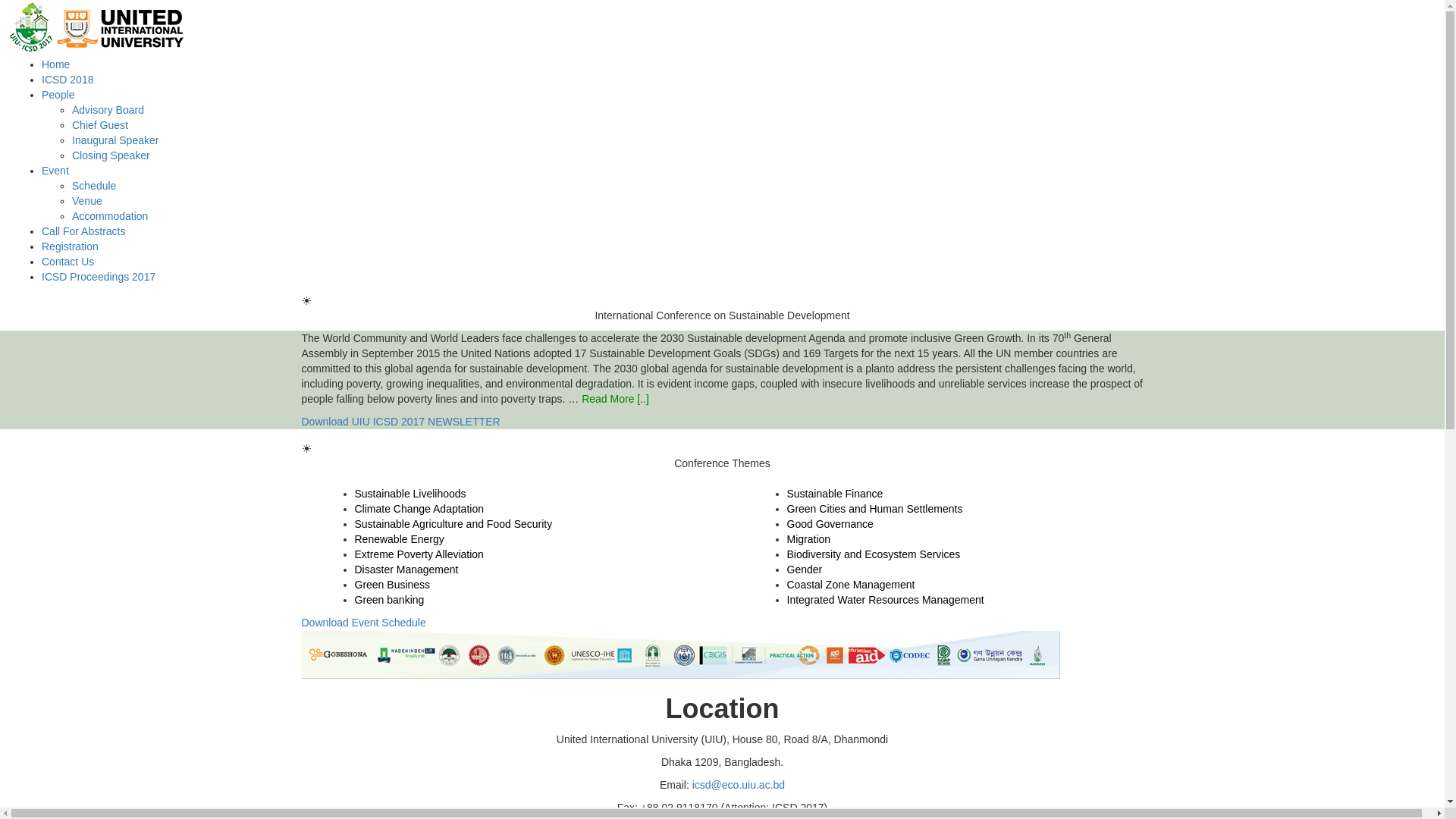 The width and height of the screenshot is (1456, 819). Describe the element at coordinates (93, 185) in the screenshot. I see `'Schedule'` at that location.